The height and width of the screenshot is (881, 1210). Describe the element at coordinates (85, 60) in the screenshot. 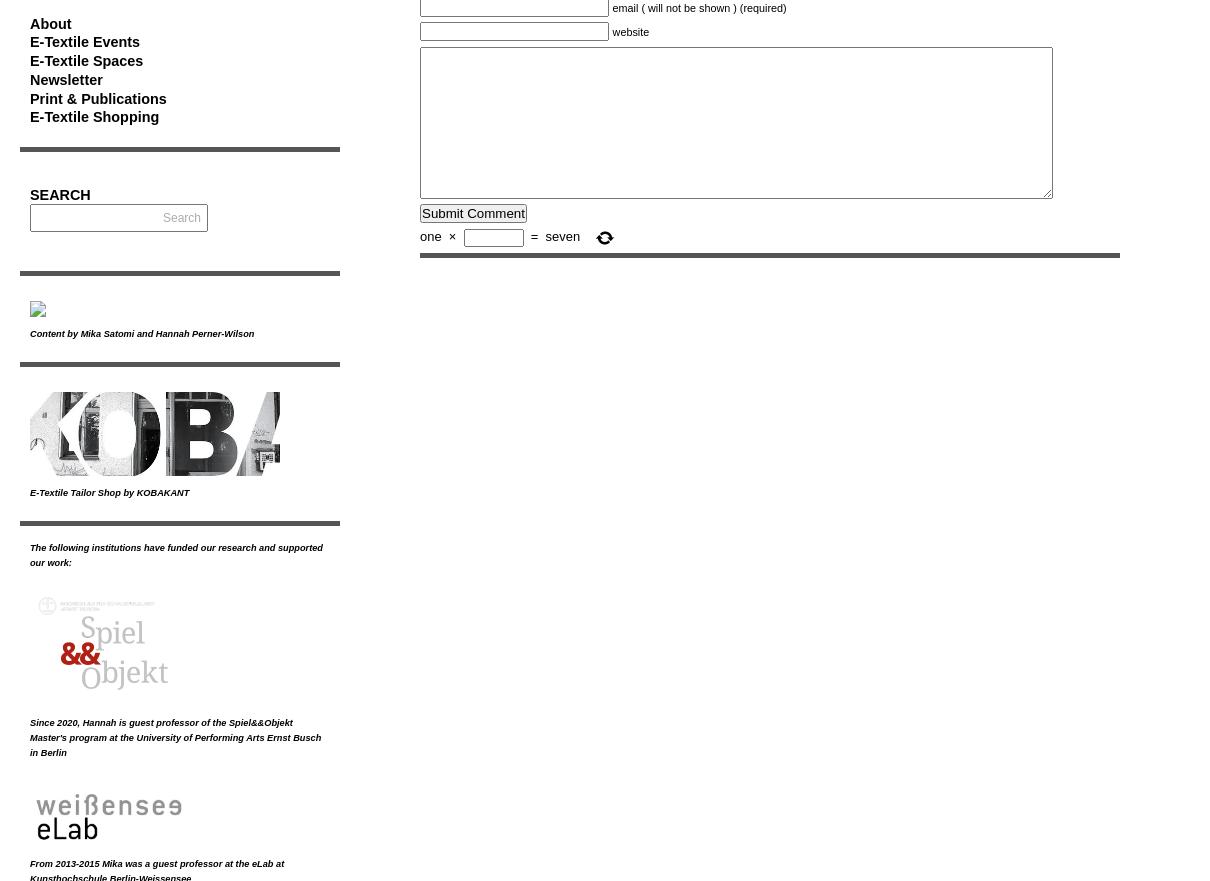

I see `'E-Textile Spaces'` at that location.